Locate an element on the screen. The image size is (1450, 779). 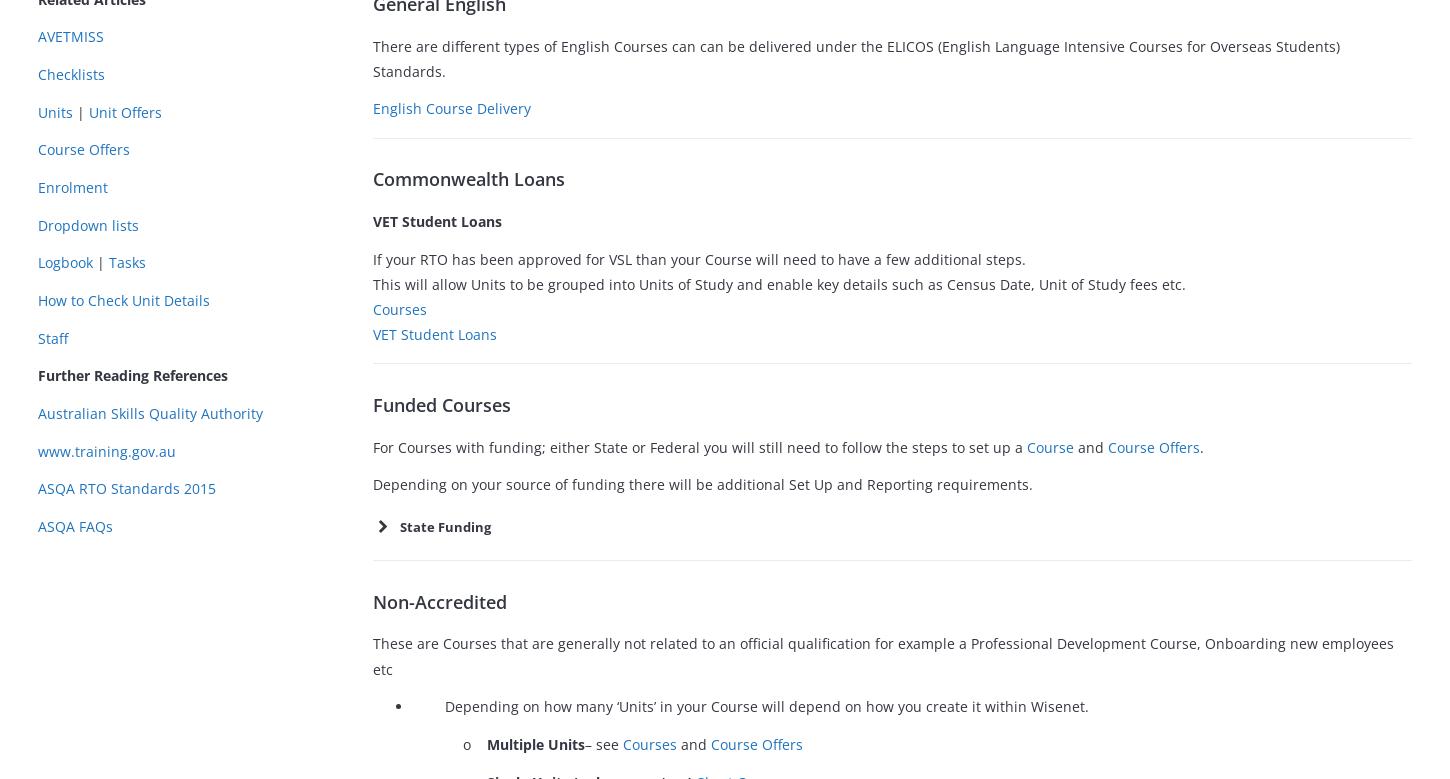
'– see' is located at coordinates (604, 742).